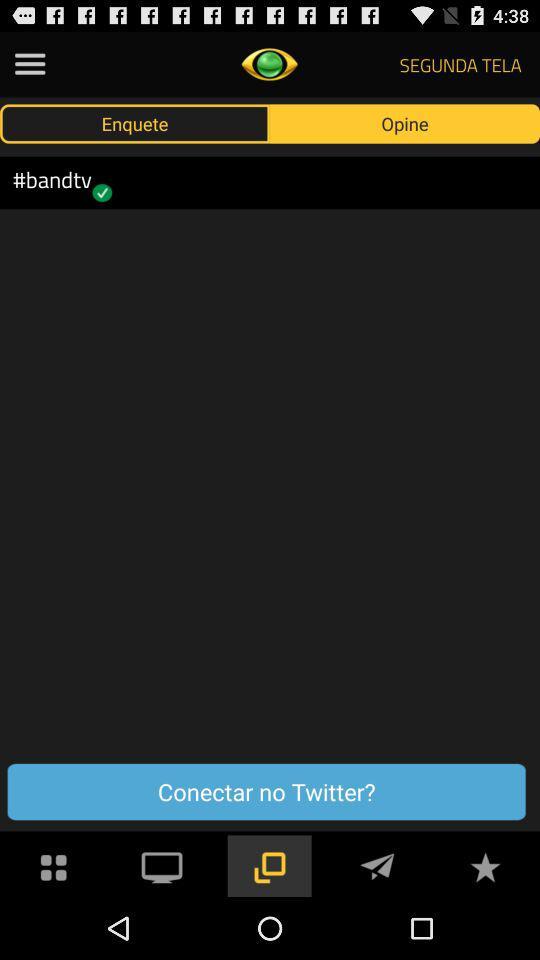 The height and width of the screenshot is (960, 540). I want to click on cast to device, so click(161, 864).